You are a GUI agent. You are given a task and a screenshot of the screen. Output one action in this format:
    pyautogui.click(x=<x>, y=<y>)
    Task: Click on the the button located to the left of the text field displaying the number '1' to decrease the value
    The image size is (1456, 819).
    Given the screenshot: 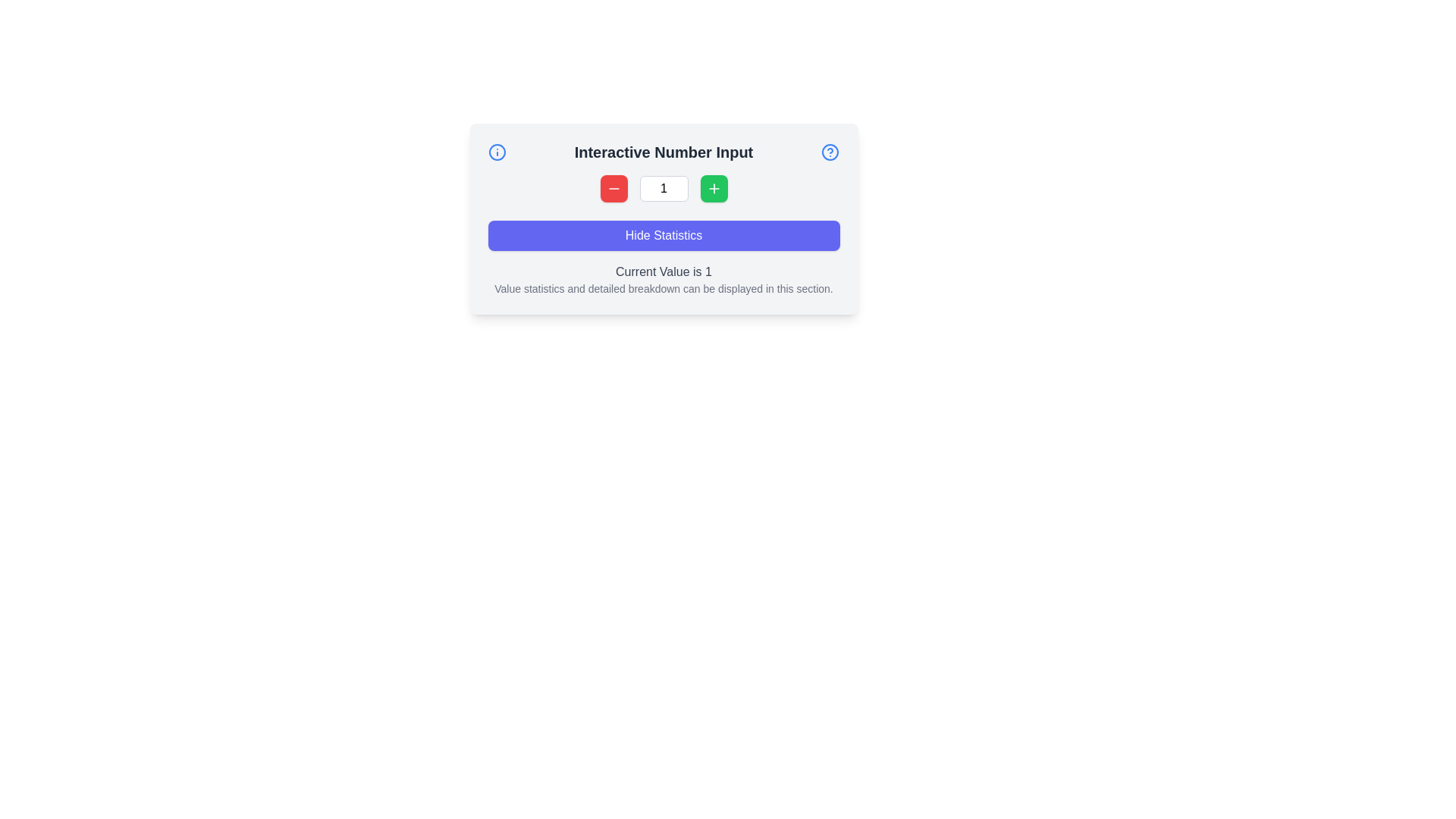 What is the action you would take?
    pyautogui.click(x=613, y=188)
    